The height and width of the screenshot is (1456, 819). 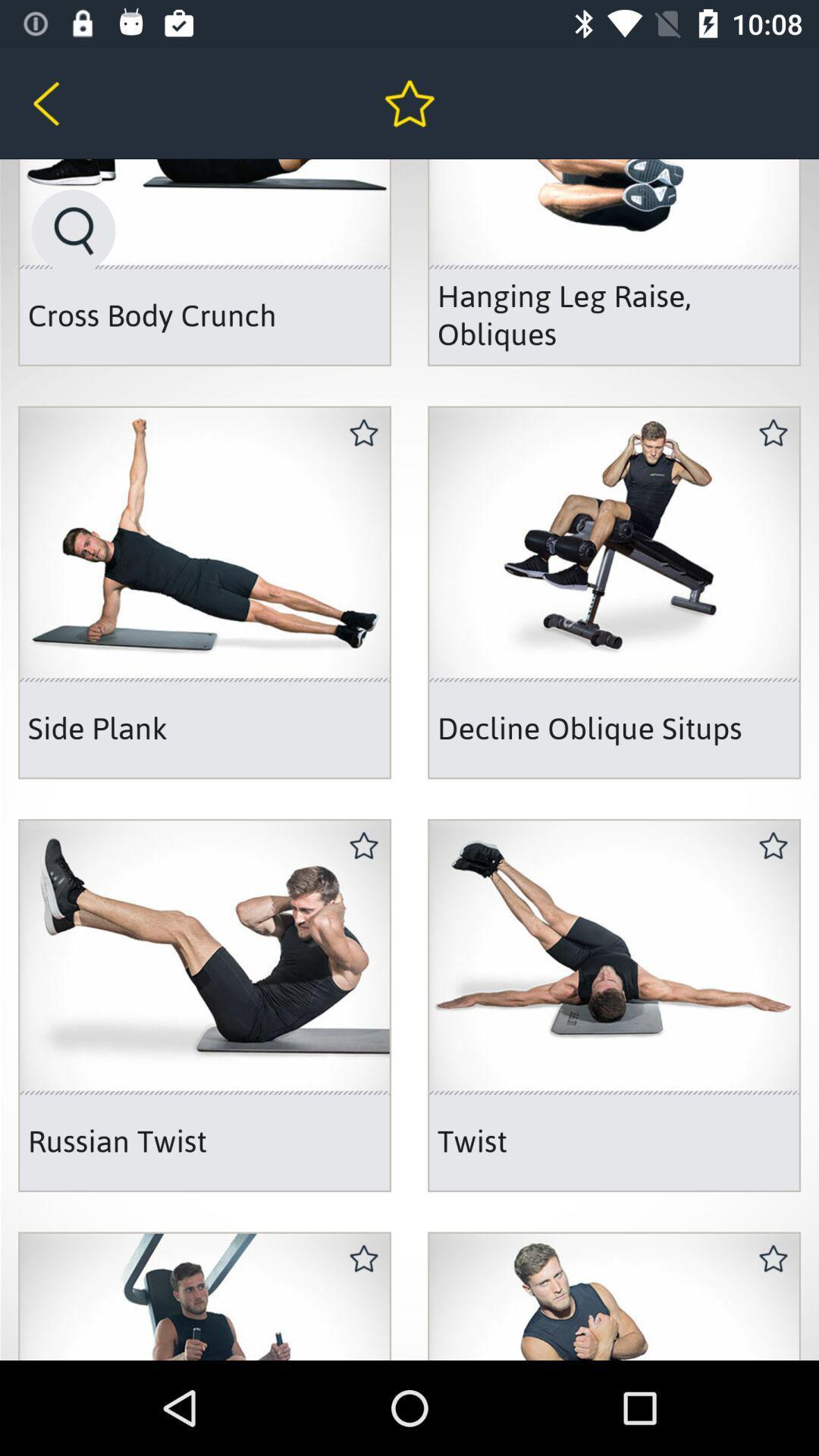 I want to click on the right second image, so click(x=205, y=591).